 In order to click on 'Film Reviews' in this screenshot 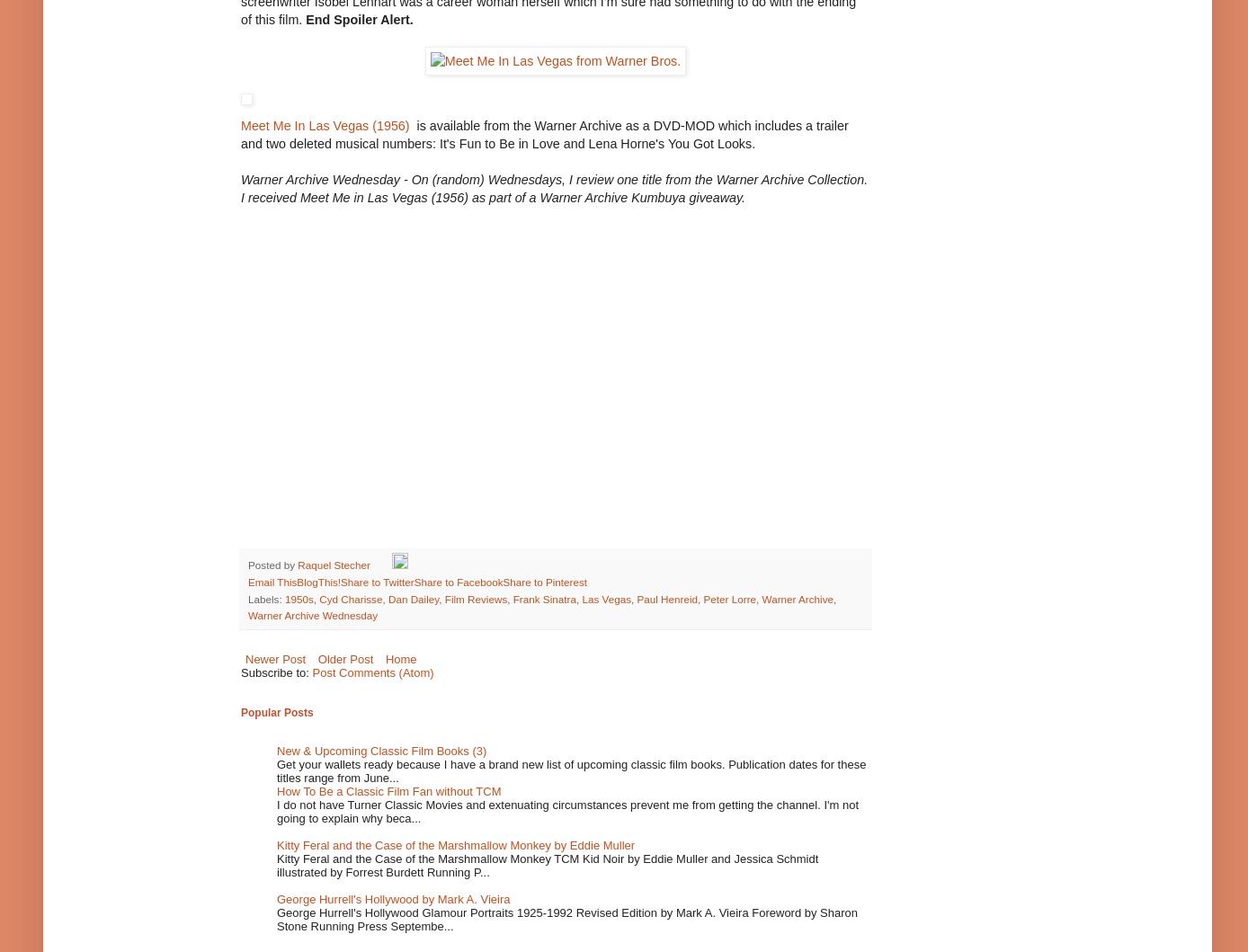, I will do `click(443, 598)`.